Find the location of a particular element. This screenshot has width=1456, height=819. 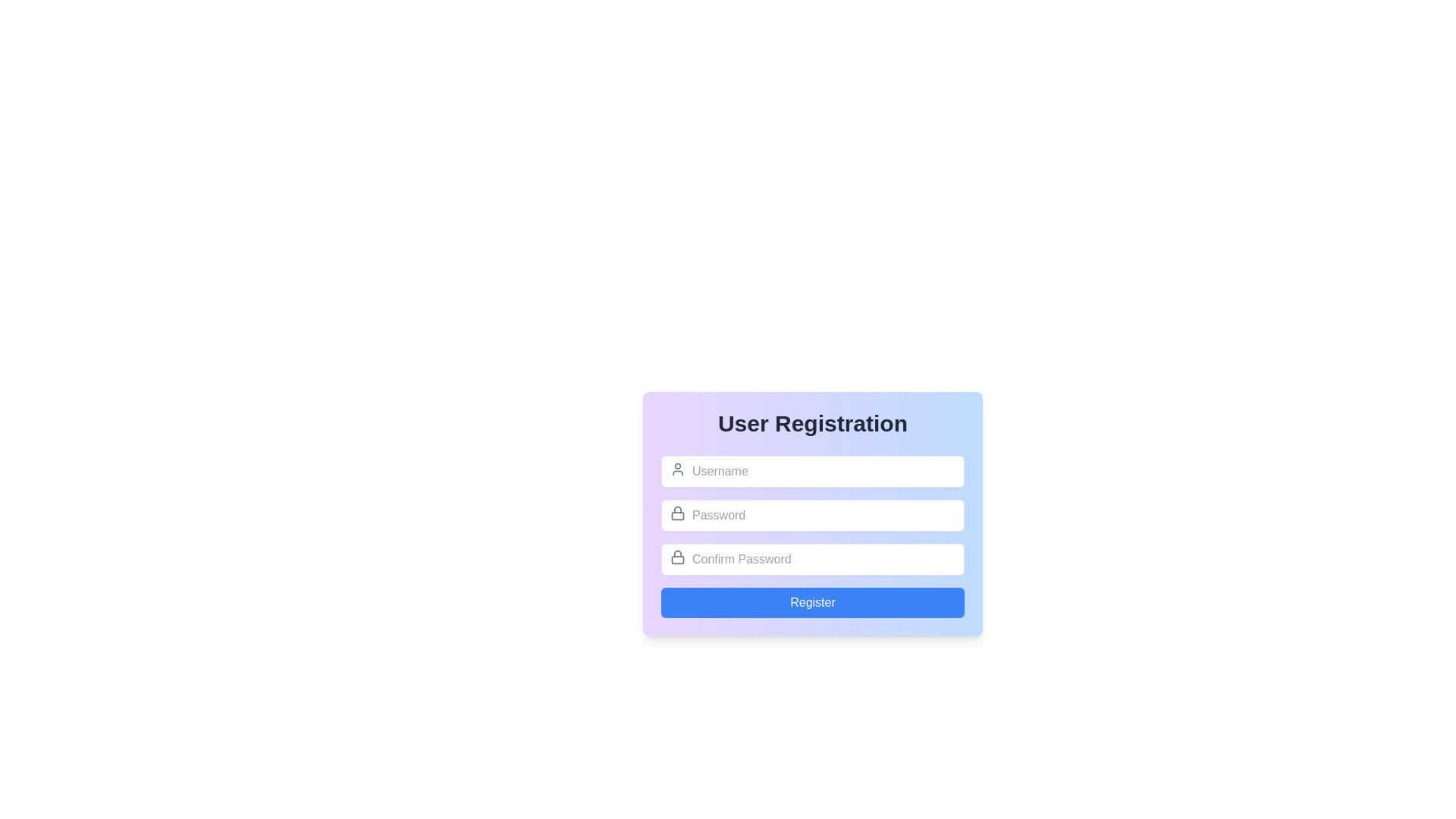

the Header text element that serves as the title for the registration form, which is positioned at the top of the card layout is located at coordinates (811, 424).